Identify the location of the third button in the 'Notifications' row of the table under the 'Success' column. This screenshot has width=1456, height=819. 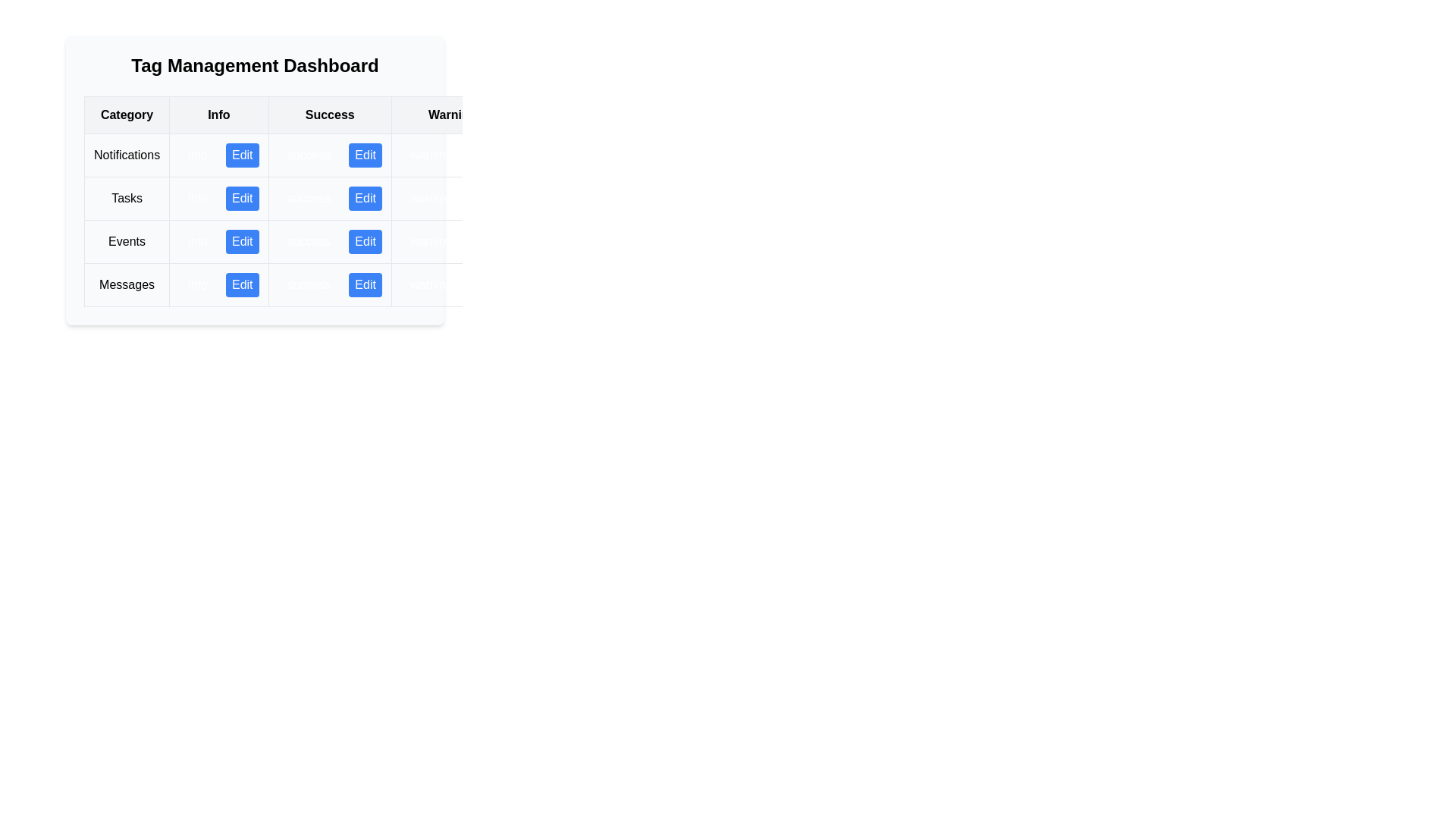
(350, 155).